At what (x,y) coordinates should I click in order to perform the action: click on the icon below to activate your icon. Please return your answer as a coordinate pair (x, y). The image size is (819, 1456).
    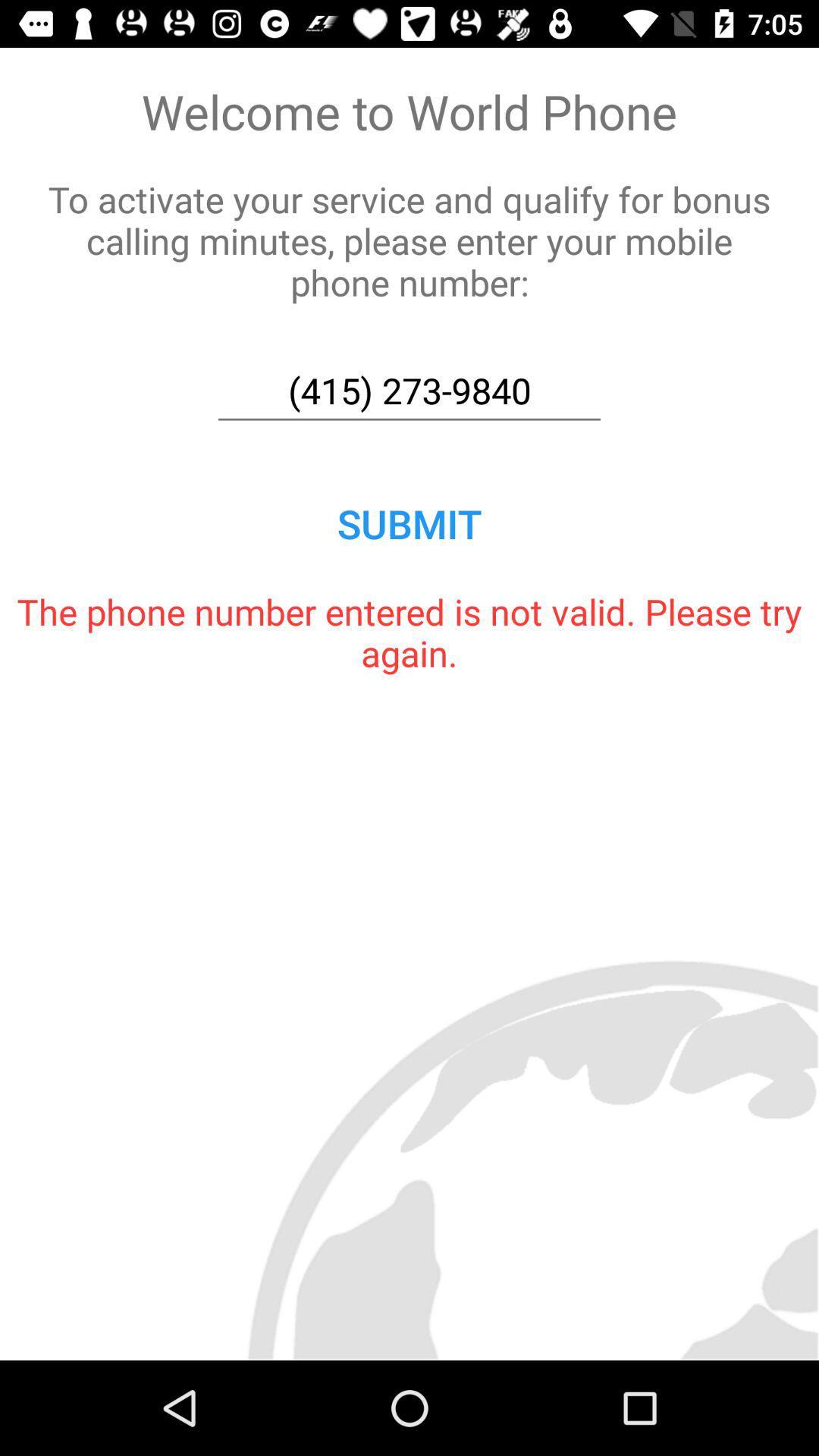
    Looking at the image, I should click on (409, 391).